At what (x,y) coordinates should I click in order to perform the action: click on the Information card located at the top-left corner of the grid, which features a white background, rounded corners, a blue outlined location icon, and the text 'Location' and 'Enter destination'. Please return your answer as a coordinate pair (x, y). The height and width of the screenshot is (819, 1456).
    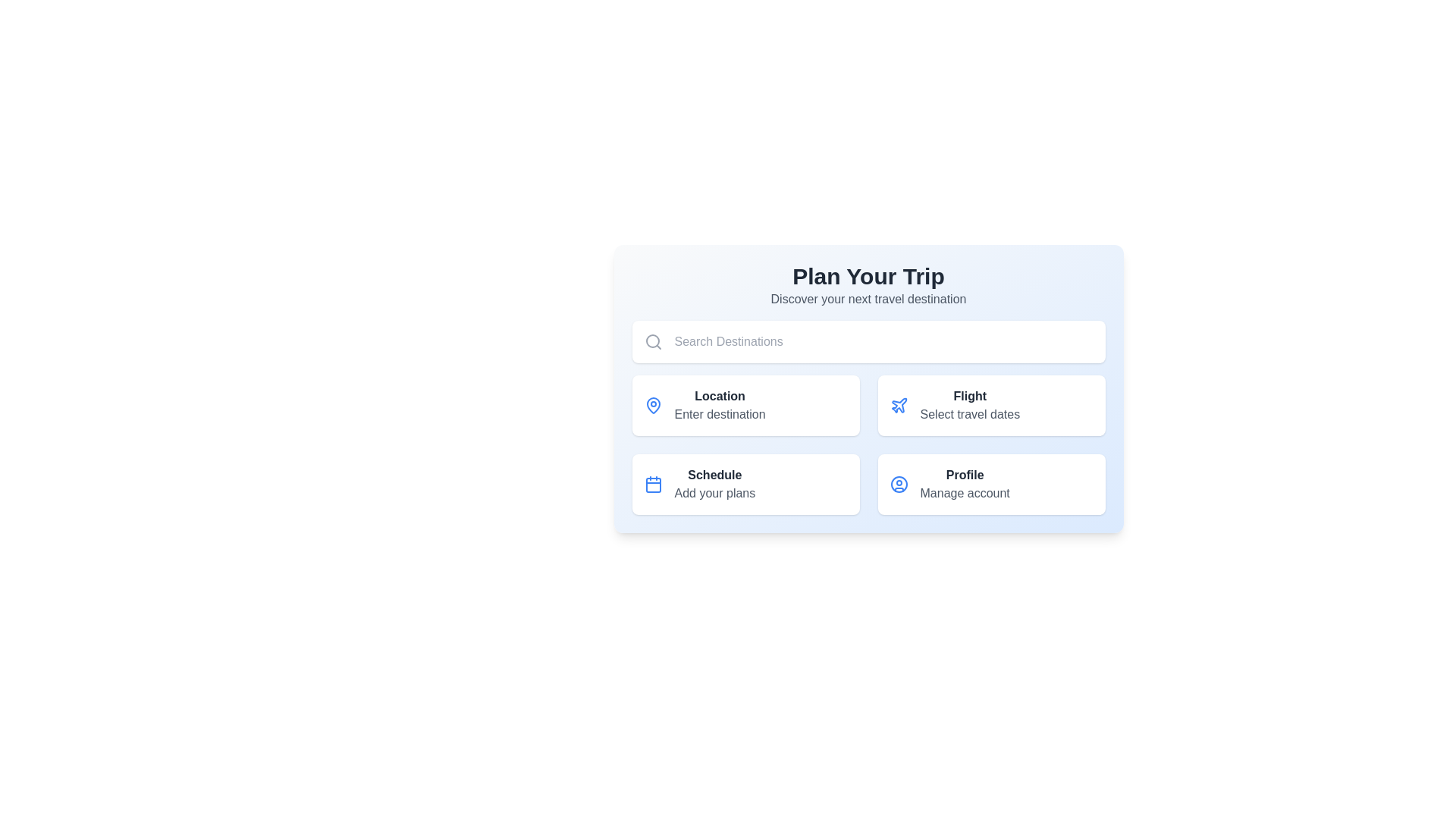
    Looking at the image, I should click on (745, 405).